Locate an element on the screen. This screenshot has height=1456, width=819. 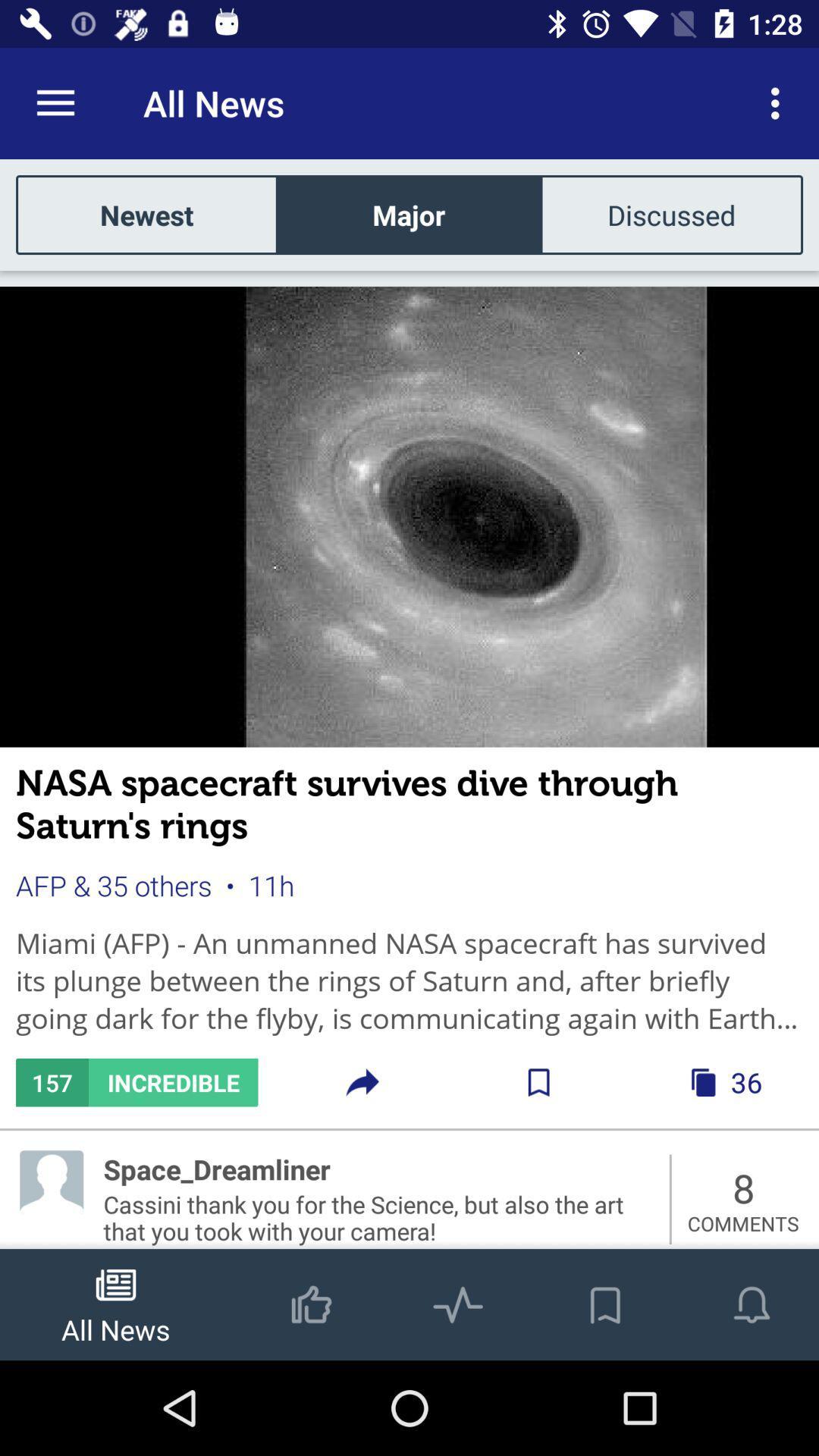
the image beside spacedreamliner is located at coordinates (51, 1181).